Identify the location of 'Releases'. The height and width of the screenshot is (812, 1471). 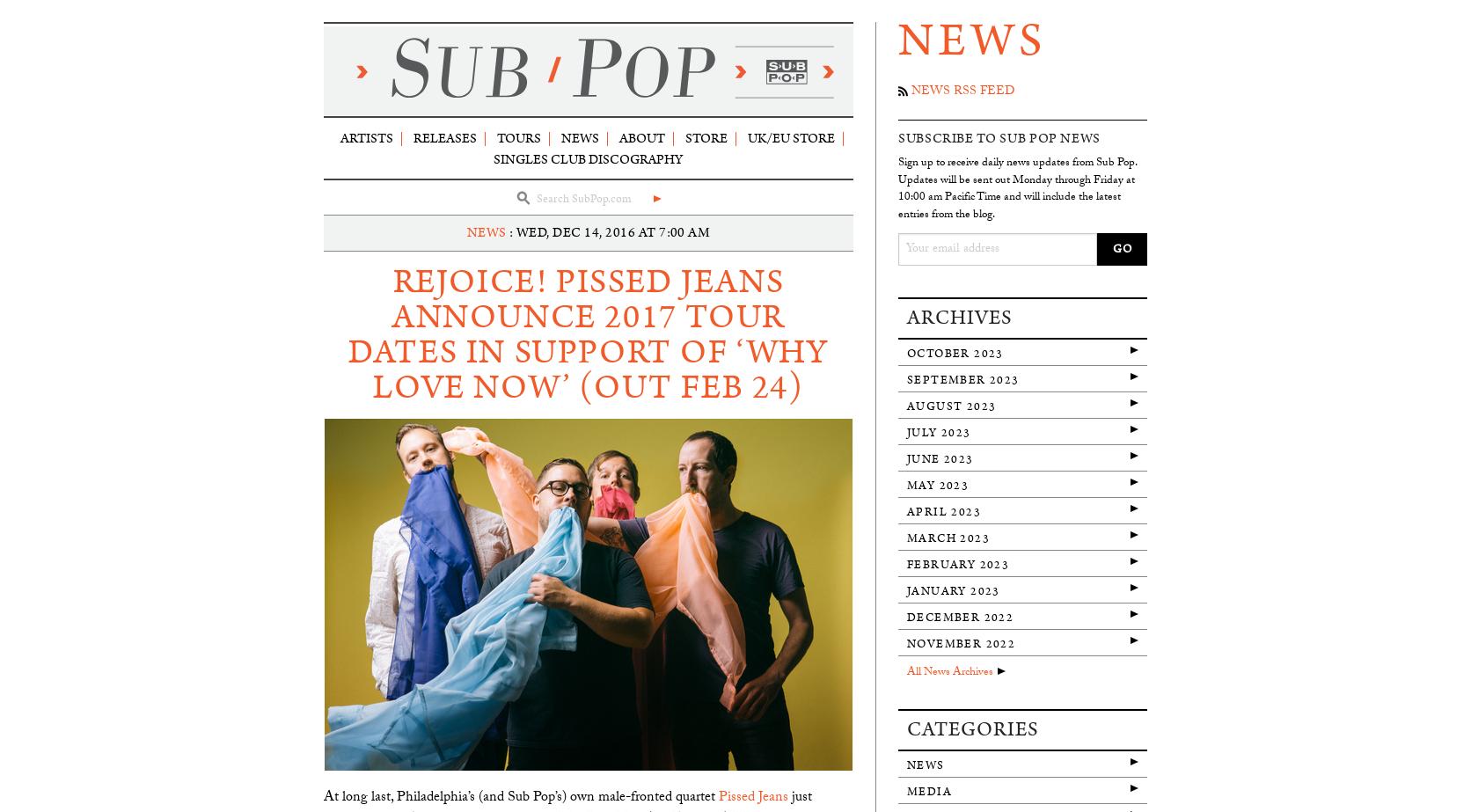
(444, 137).